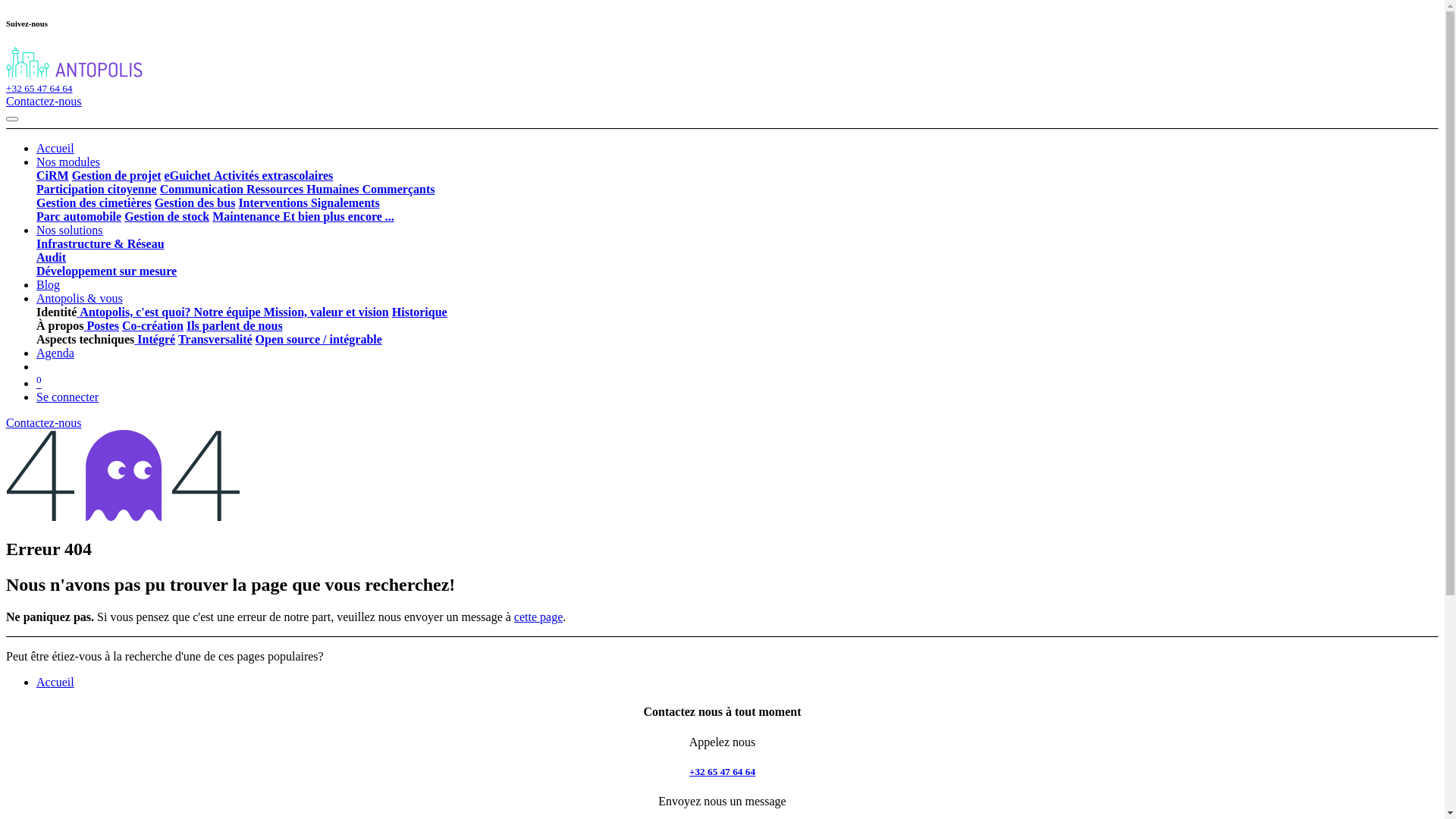 Image resolution: width=1456 pixels, height=819 pixels. Describe the element at coordinates (79, 311) in the screenshot. I see `'Antopolis, c'est quoi?'` at that location.